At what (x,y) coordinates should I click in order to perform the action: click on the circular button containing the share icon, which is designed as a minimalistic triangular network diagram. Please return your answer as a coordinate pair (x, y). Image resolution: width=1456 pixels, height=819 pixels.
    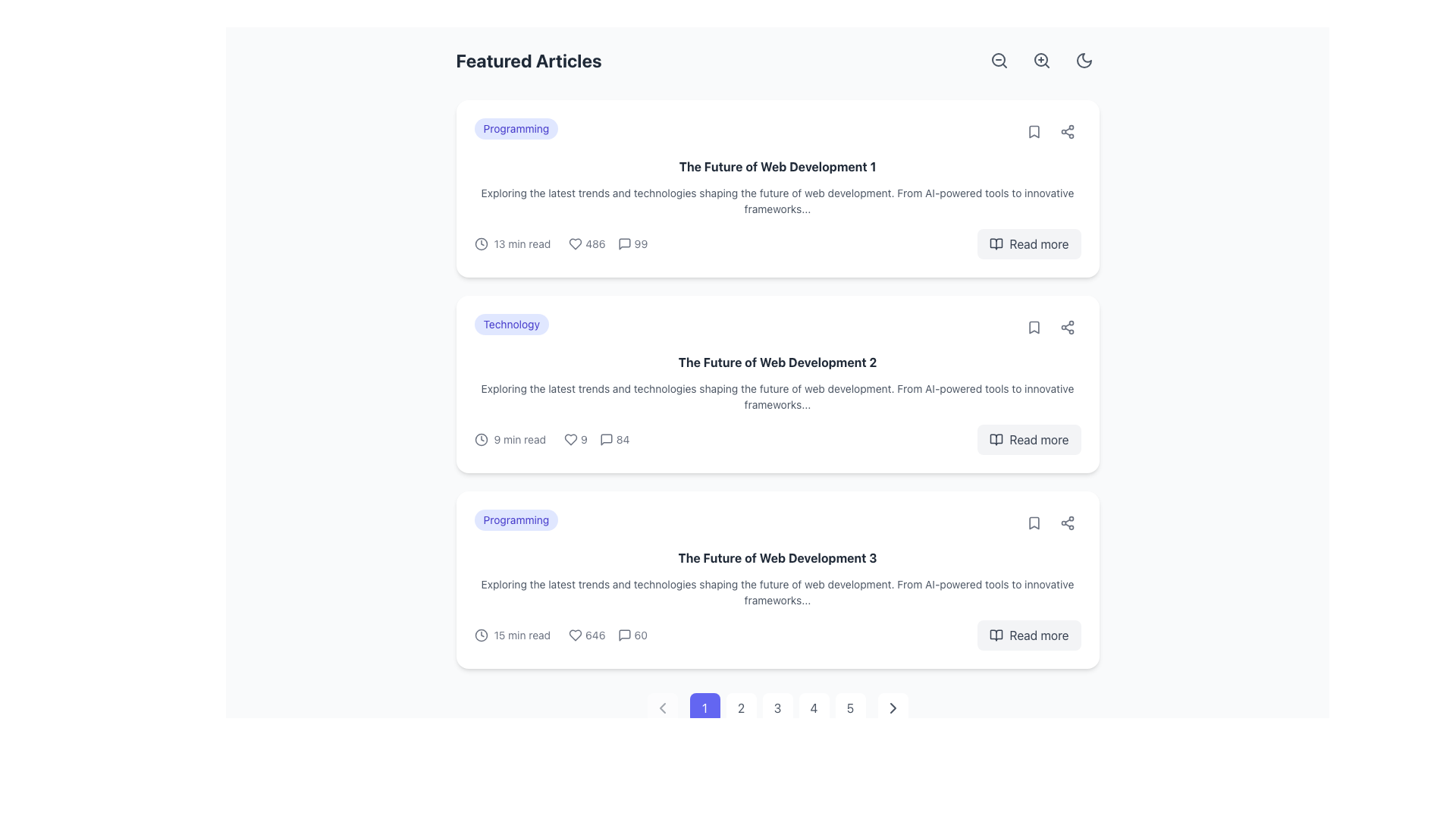
    Looking at the image, I should click on (1066, 522).